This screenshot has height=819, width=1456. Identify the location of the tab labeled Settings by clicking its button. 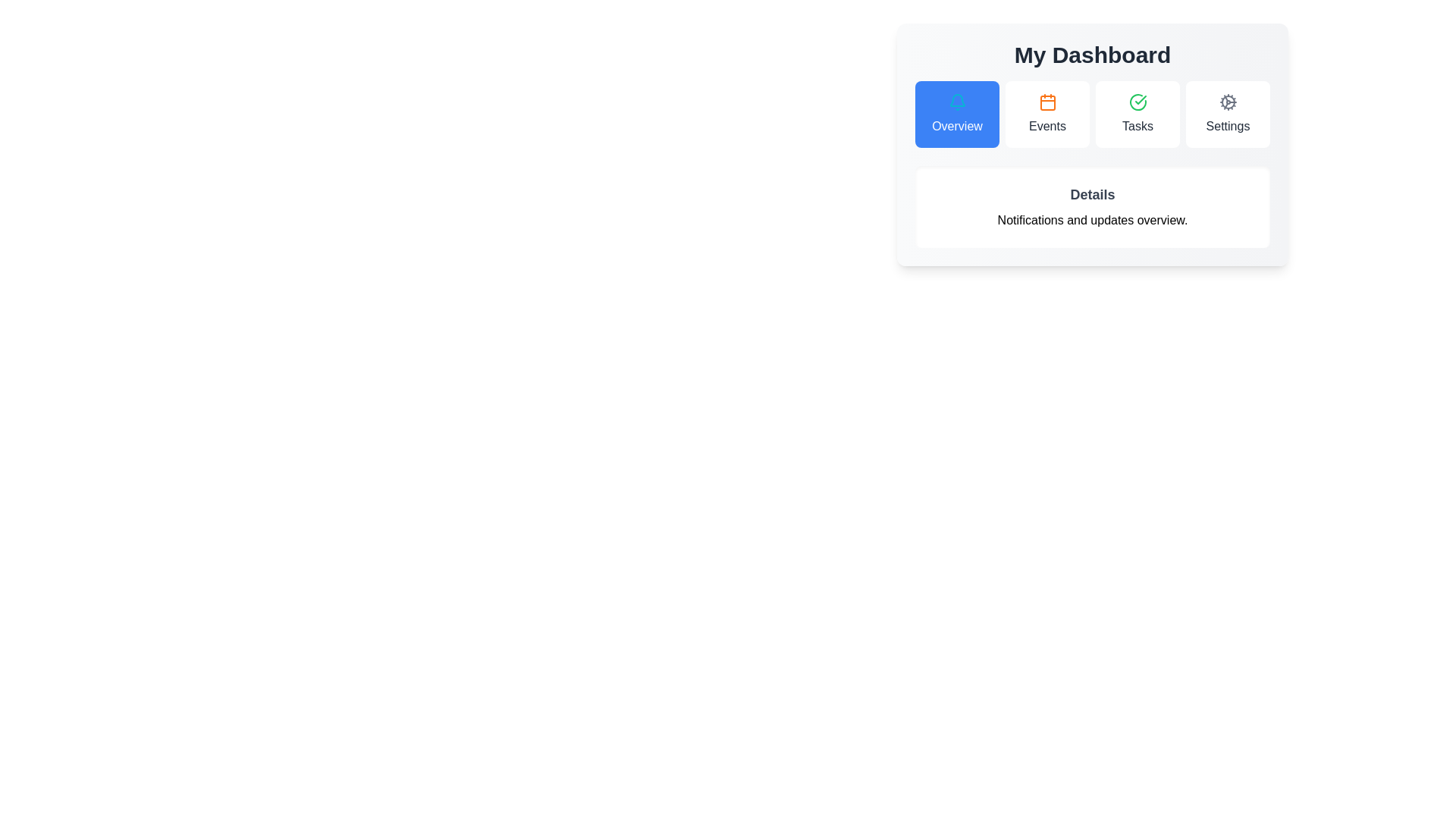
(1228, 113).